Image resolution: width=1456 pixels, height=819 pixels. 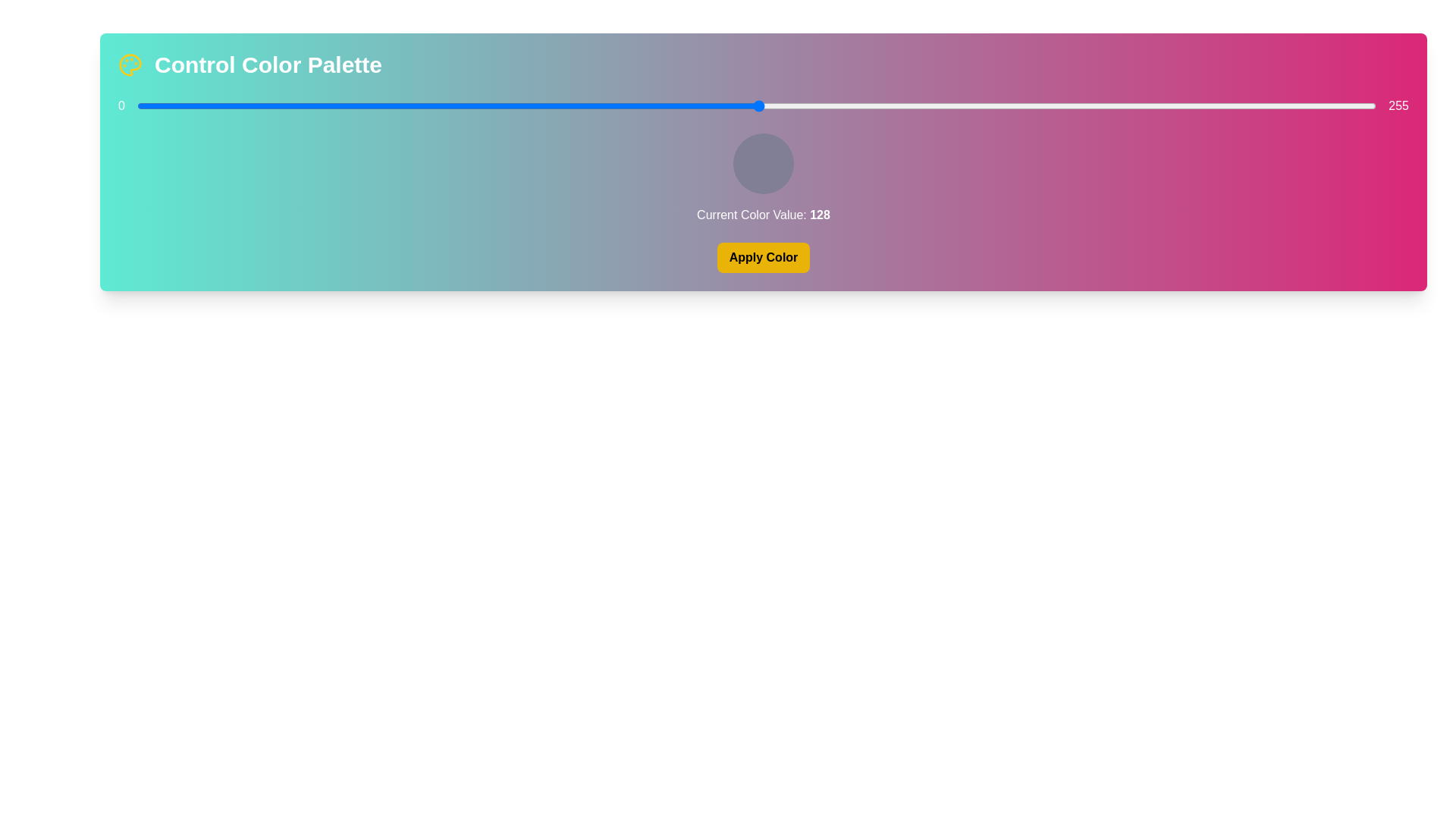 What do you see at coordinates (521, 105) in the screenshot?
I see `the color slider to set the color value to 79` at bounding box center [521, 105].